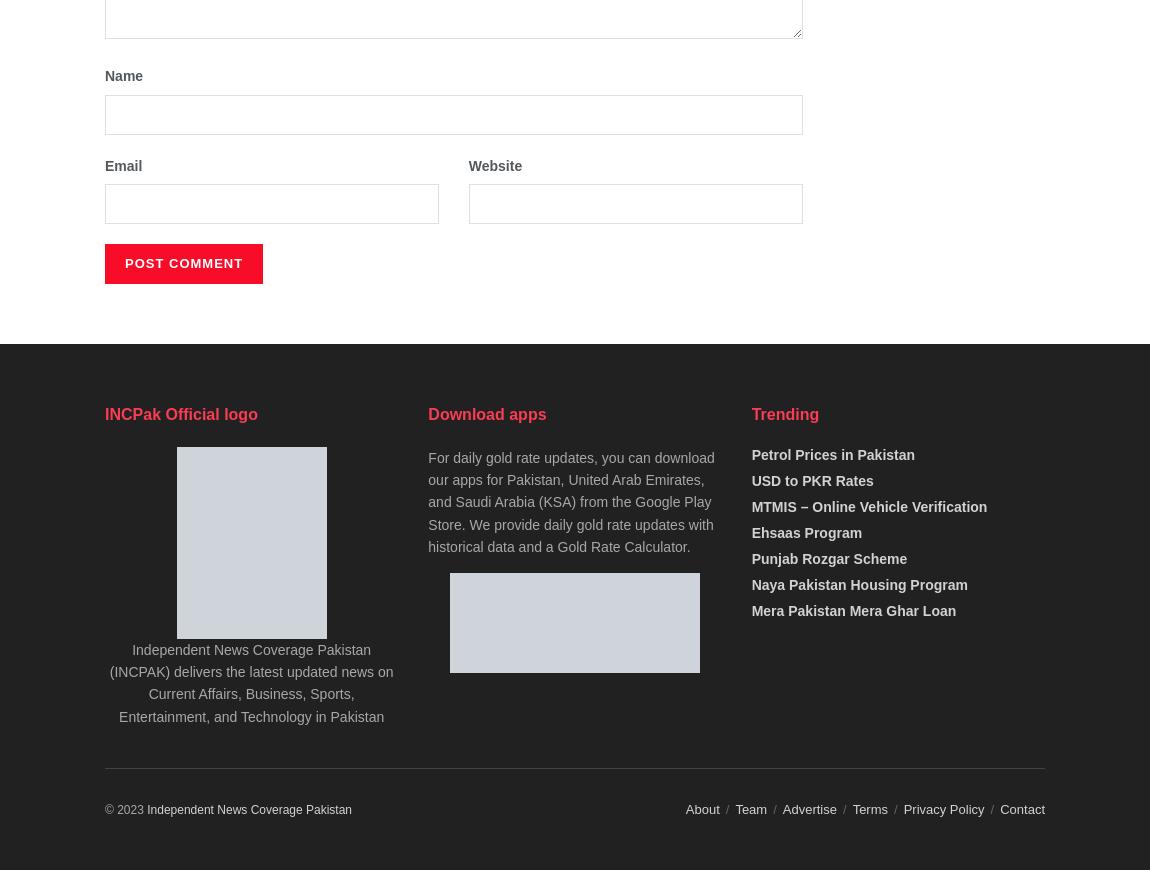 Image resolution: width=1150 pixels, height=870 pixels. Describe the element at coordinates (805, 531) in the screenshot. I see `'Ehsaas Program'` at that location.